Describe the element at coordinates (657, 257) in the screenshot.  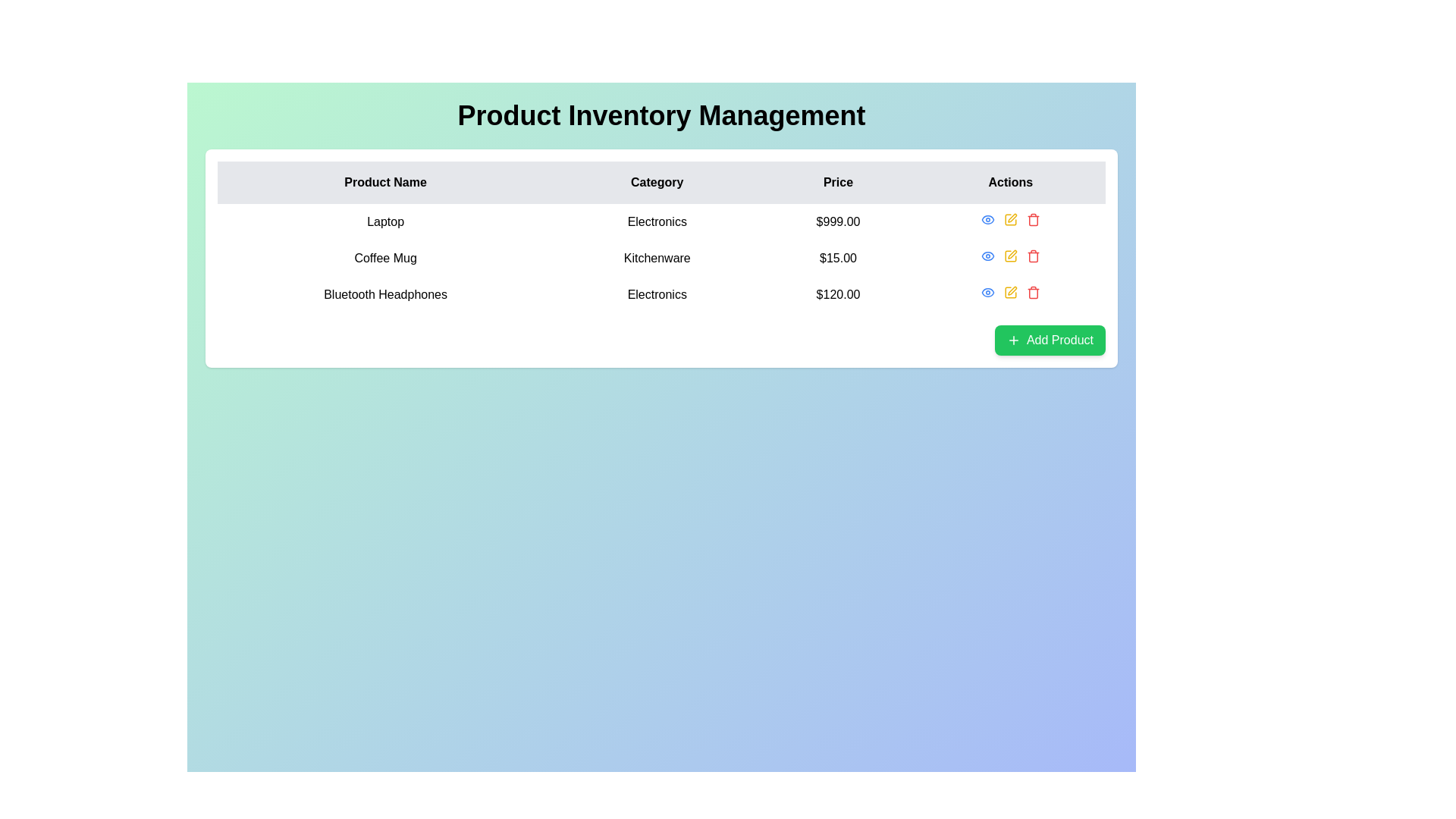
I see `text label that classifies the item 'Coffee Mug' under the 'Kitchenware' category, which is positioned between the 'Coffee Mug' label and the '$15.00' label in the 'Category' column of the table` at that location.